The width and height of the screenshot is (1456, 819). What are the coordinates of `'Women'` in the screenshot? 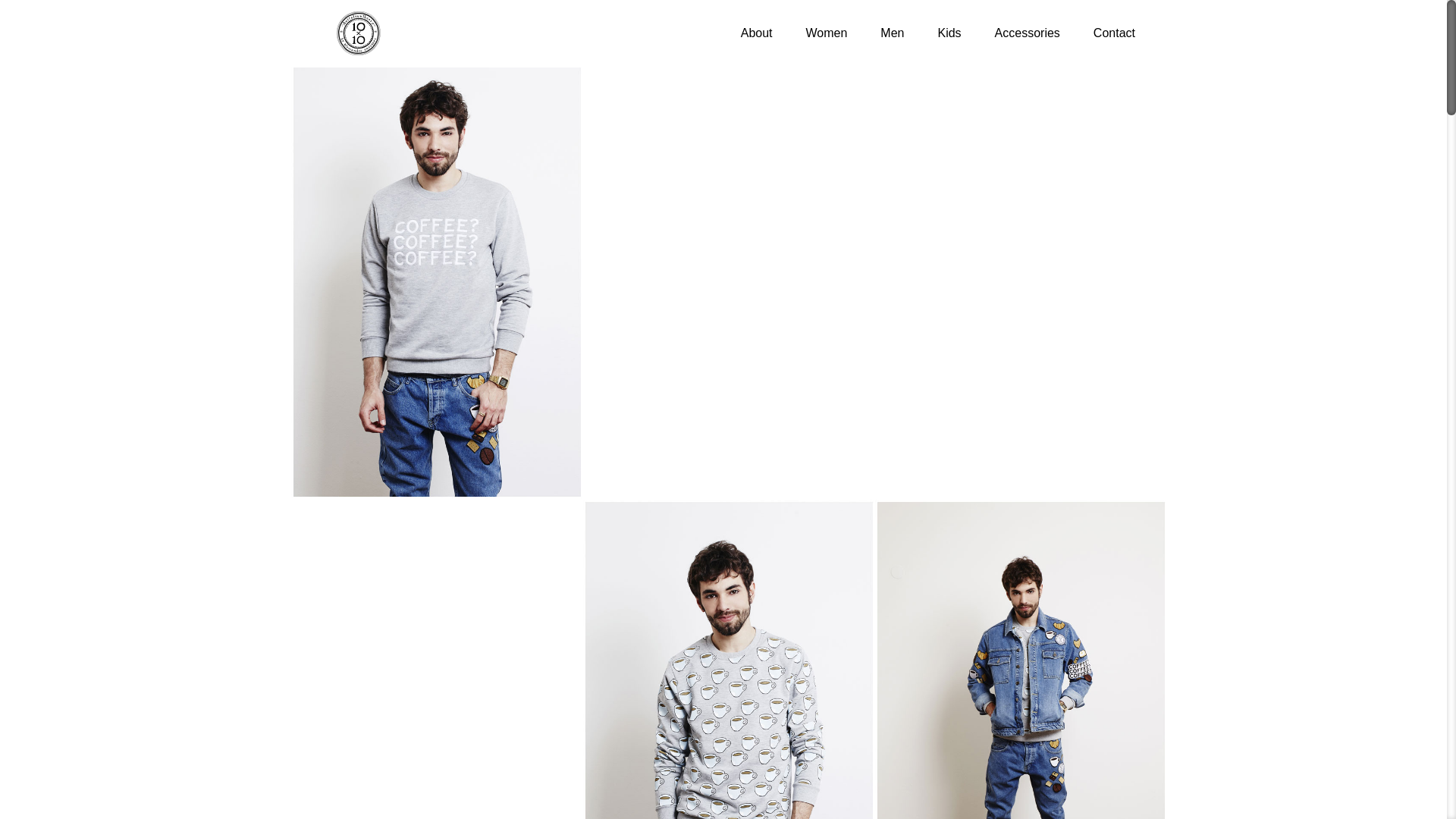 It's located at (826, 33).